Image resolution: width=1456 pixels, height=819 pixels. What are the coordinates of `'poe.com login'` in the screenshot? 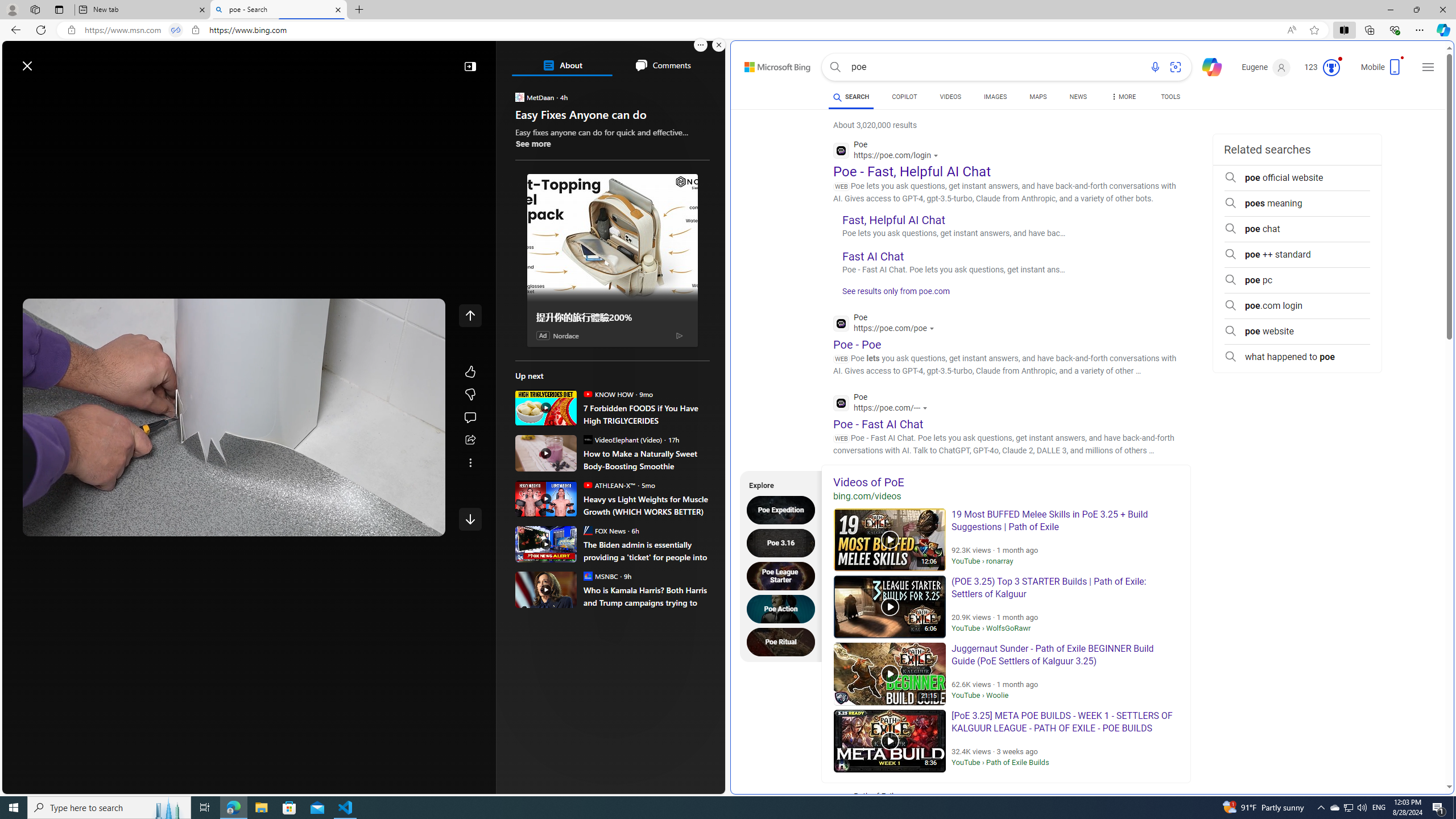 It's located at (1296, 305).